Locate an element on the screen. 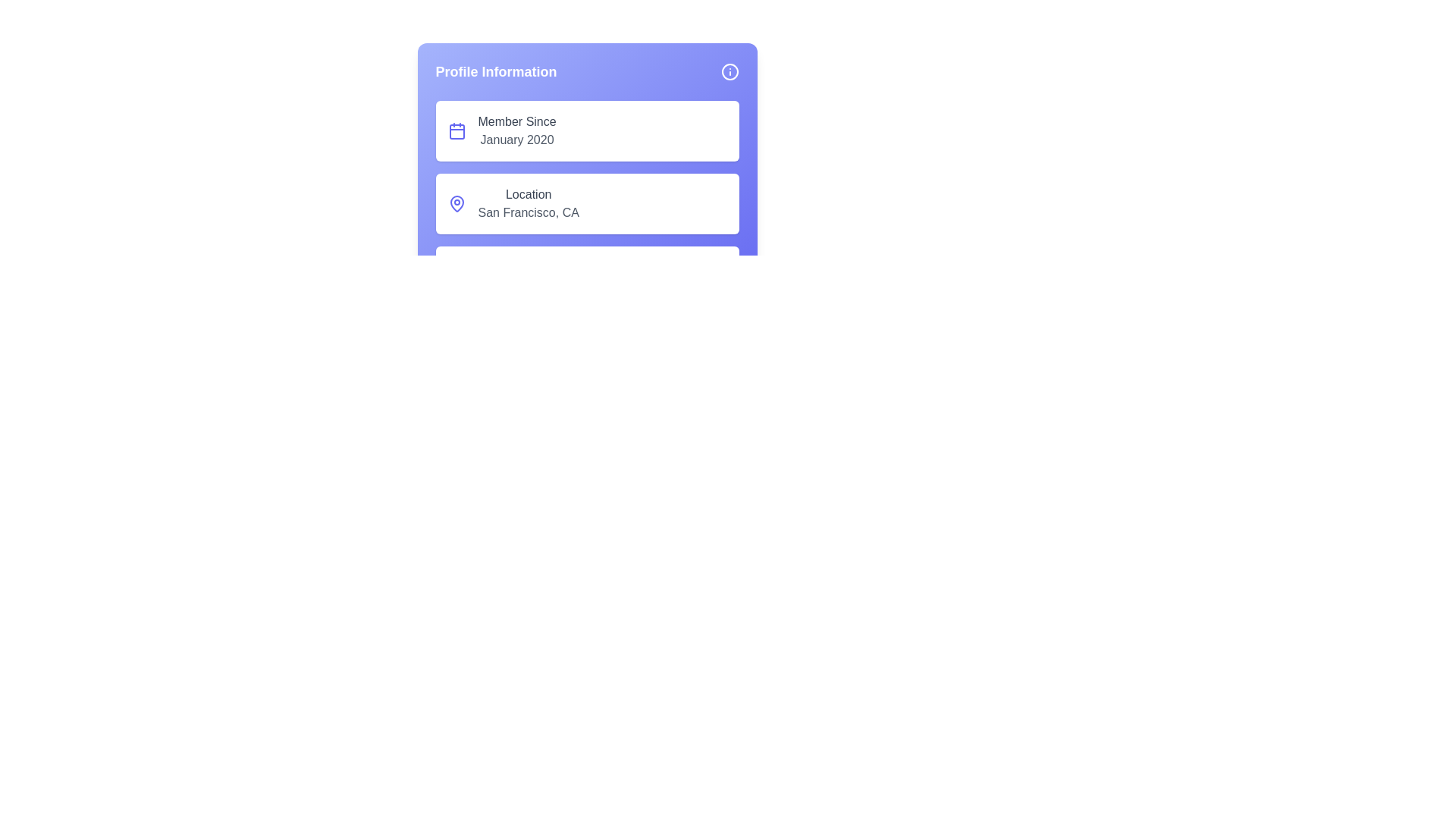 The width and height of the screenshot is (1456, 819). the calendar icon representing the 'Member Since' information in the 'Profile Information' card is located at coordinates (456, 130).